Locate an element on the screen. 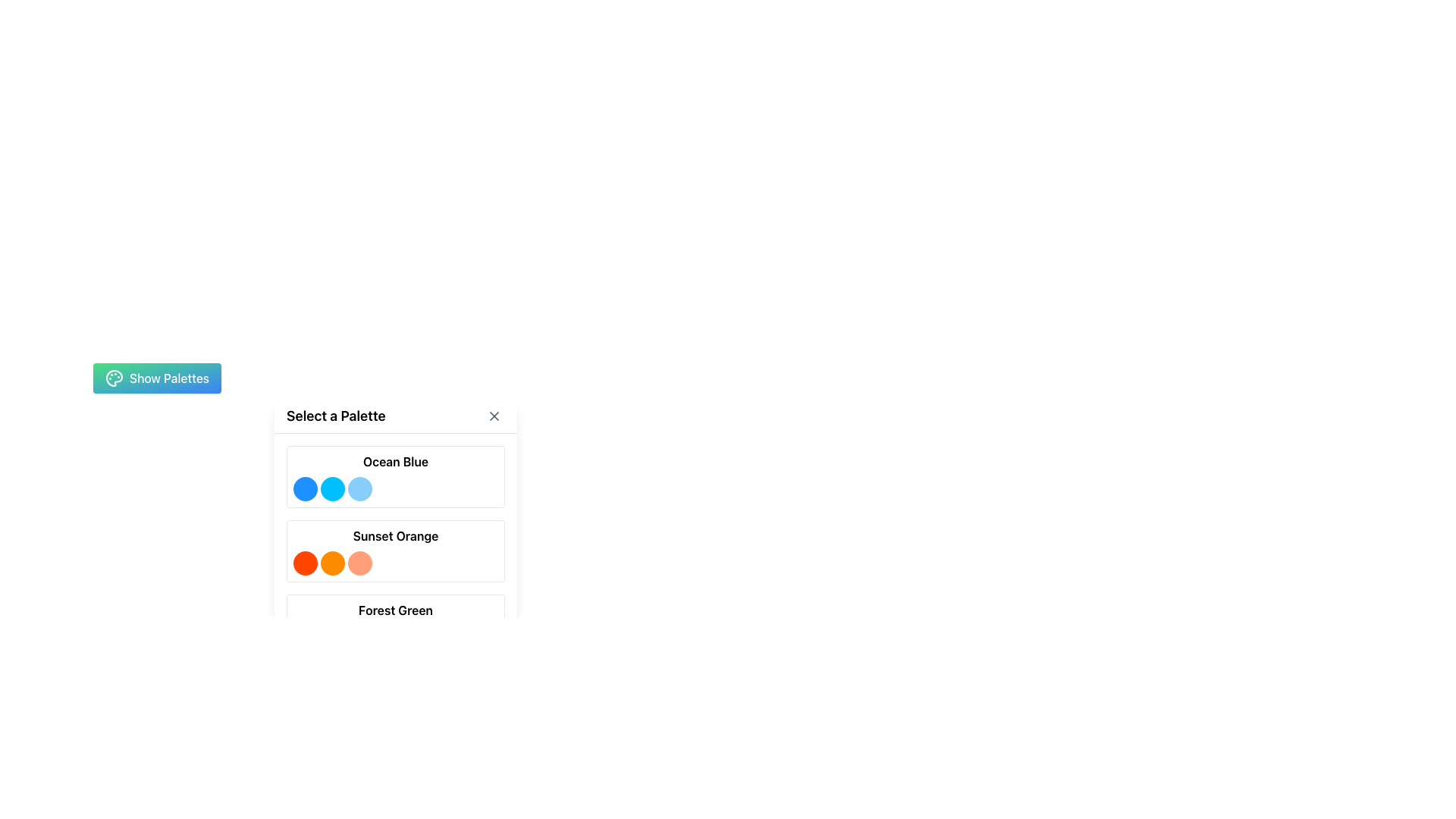  the color palette represented by three distinct blue shades (dark blue, medium blue, light blue) under the 'Ocean Blue' section is located at coordinates (396, 488).